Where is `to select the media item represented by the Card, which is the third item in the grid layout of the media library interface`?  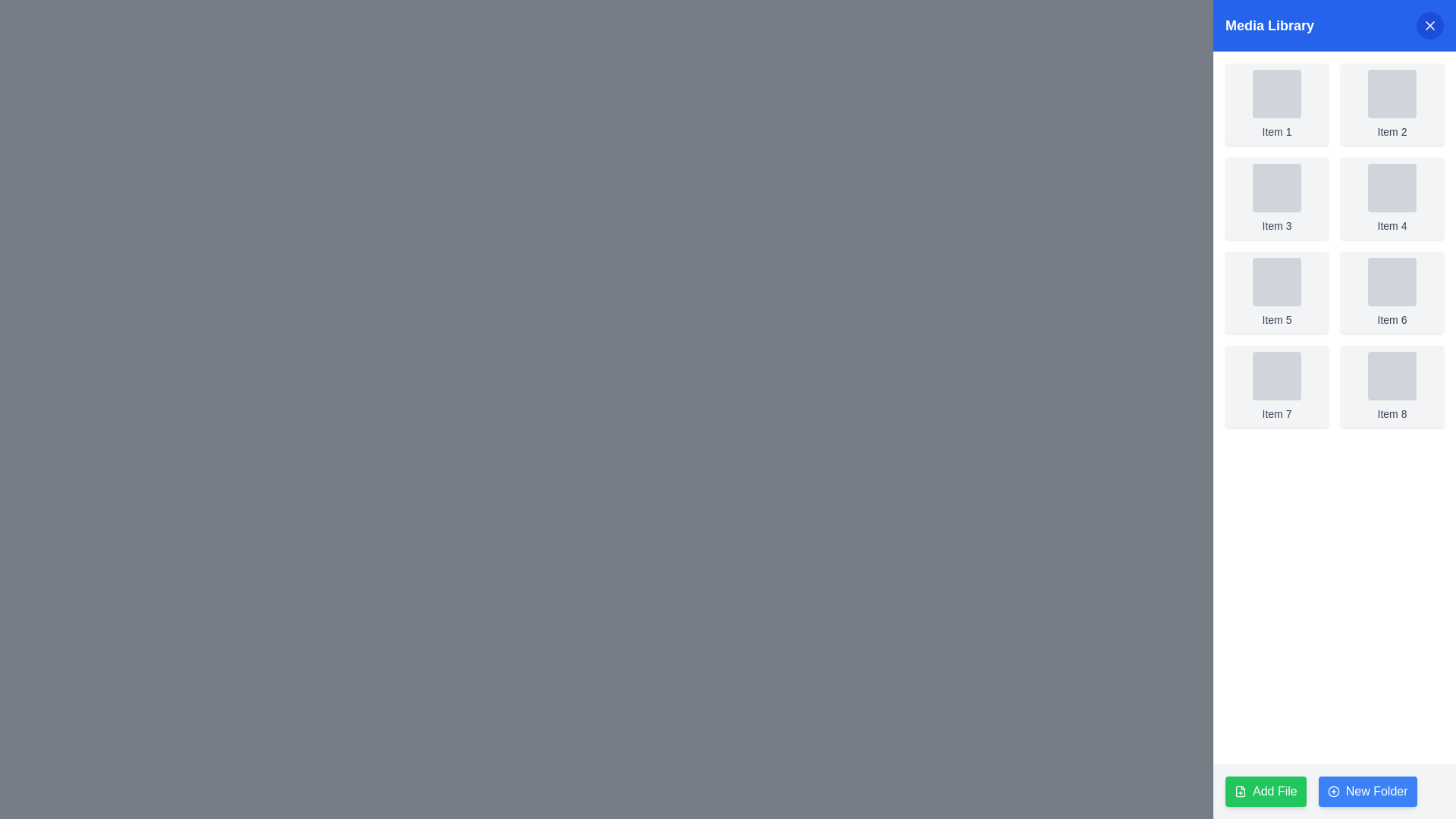 to select the media item represented by the Card, which is the third item in the grid layout of the media library interface is located at coordinates (1276, 198).